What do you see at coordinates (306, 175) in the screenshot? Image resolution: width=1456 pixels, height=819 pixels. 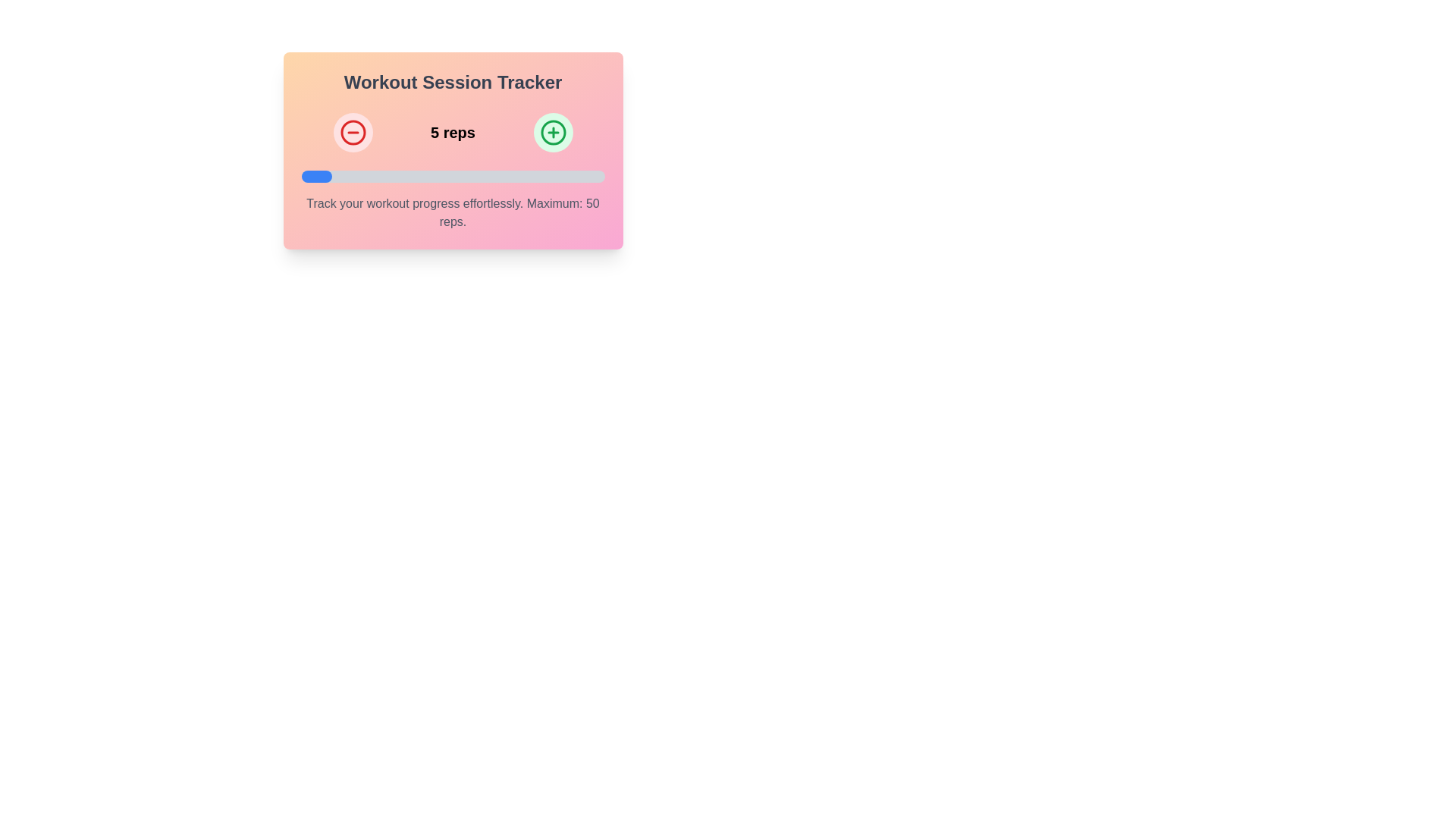 I see `the slider` at bounding box center [306, 175].